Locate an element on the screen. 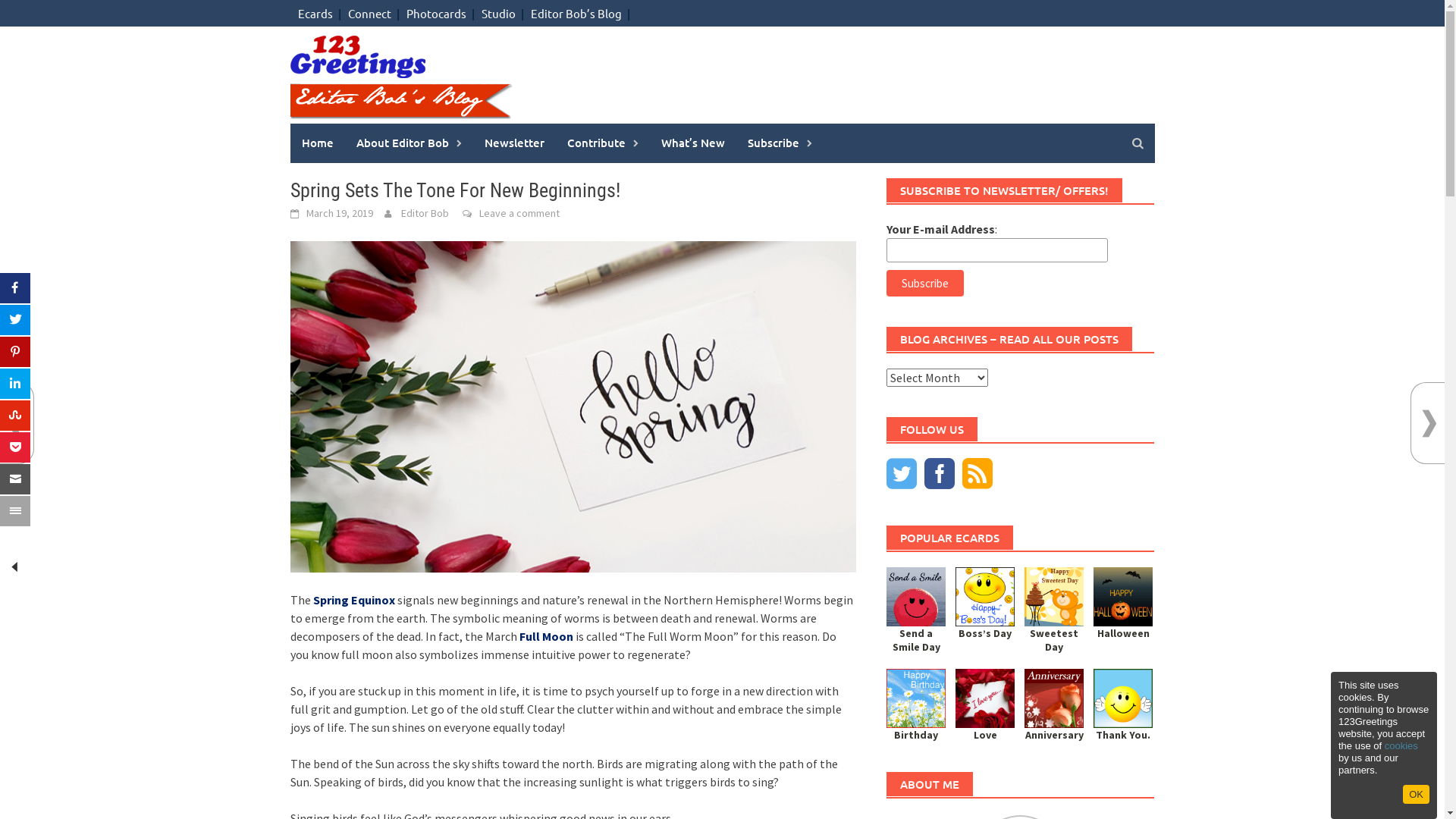  'Halloween' is located at coordinates (1123, 632).